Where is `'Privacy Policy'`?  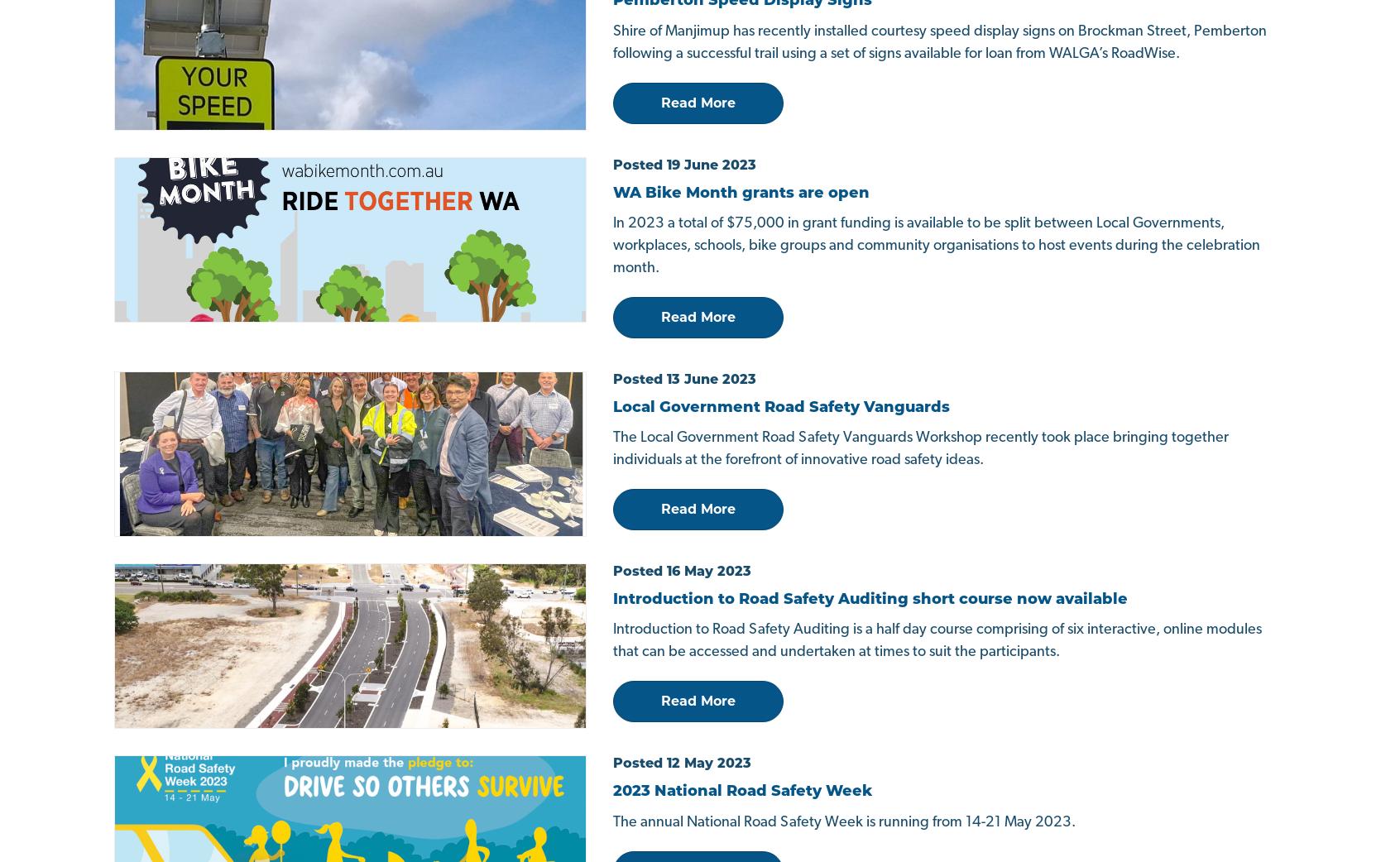 'Privacy Policy' is located at coordinates (331, 763).